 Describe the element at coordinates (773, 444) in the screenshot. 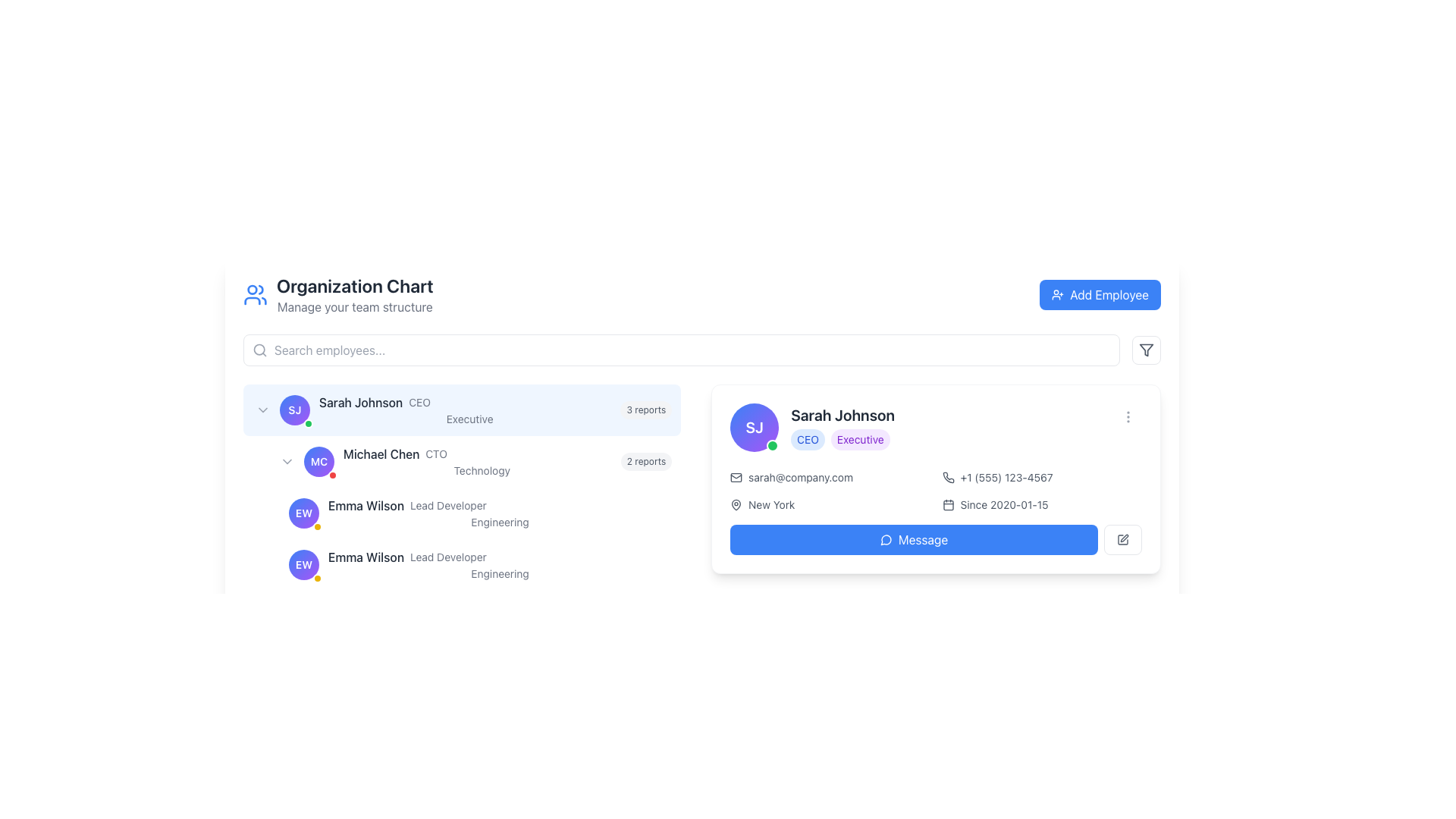

I see `the small green circular Status Indicator with a white border located at the bottom-right corner of the profile picture labeled 'SJ'` at that location.